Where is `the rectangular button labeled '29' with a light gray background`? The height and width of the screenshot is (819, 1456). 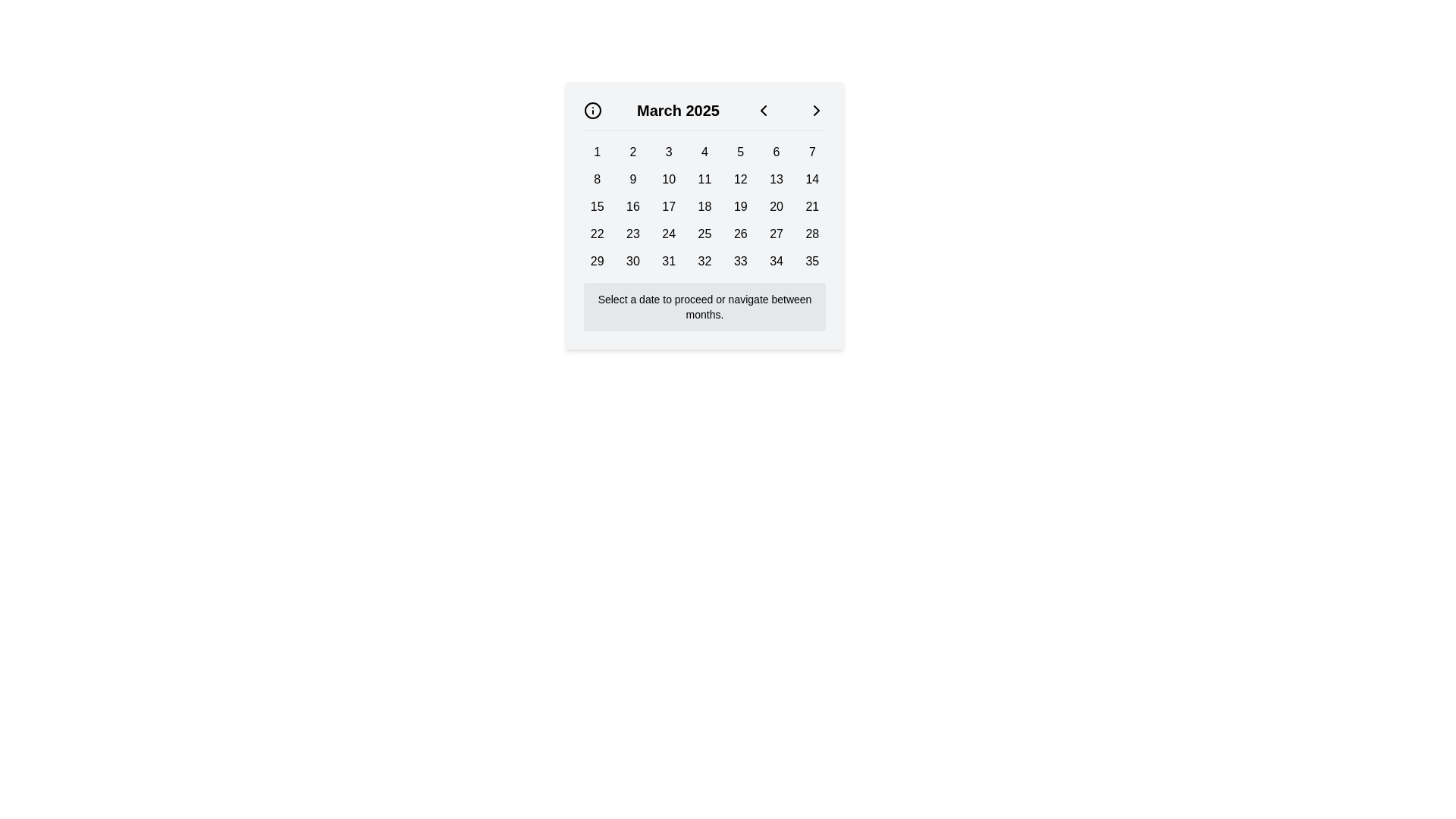
the rectangular button labeled '29' with a light gray background is located at coordinates (596, 260).